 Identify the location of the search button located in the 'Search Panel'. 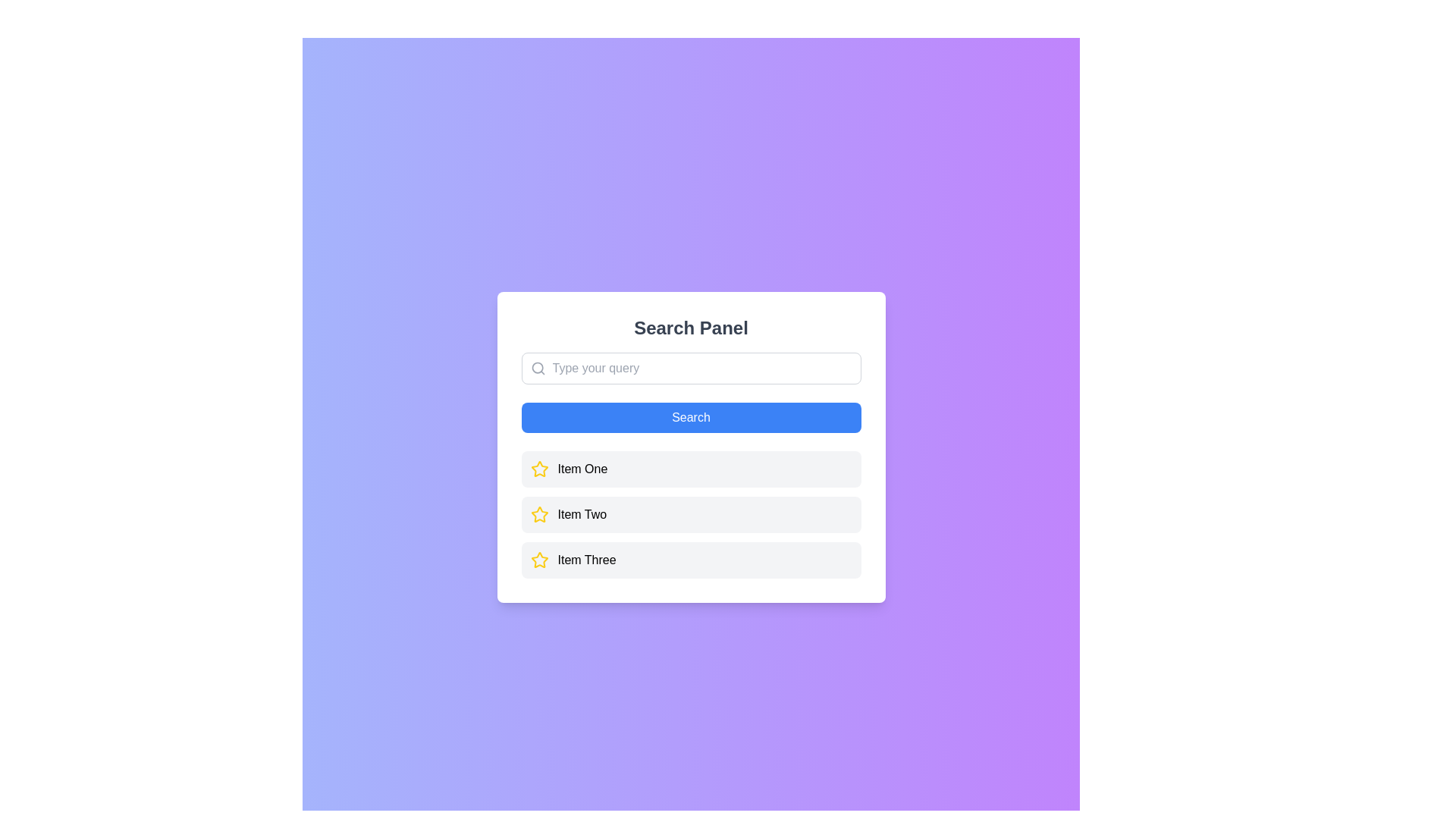
(690, 418).